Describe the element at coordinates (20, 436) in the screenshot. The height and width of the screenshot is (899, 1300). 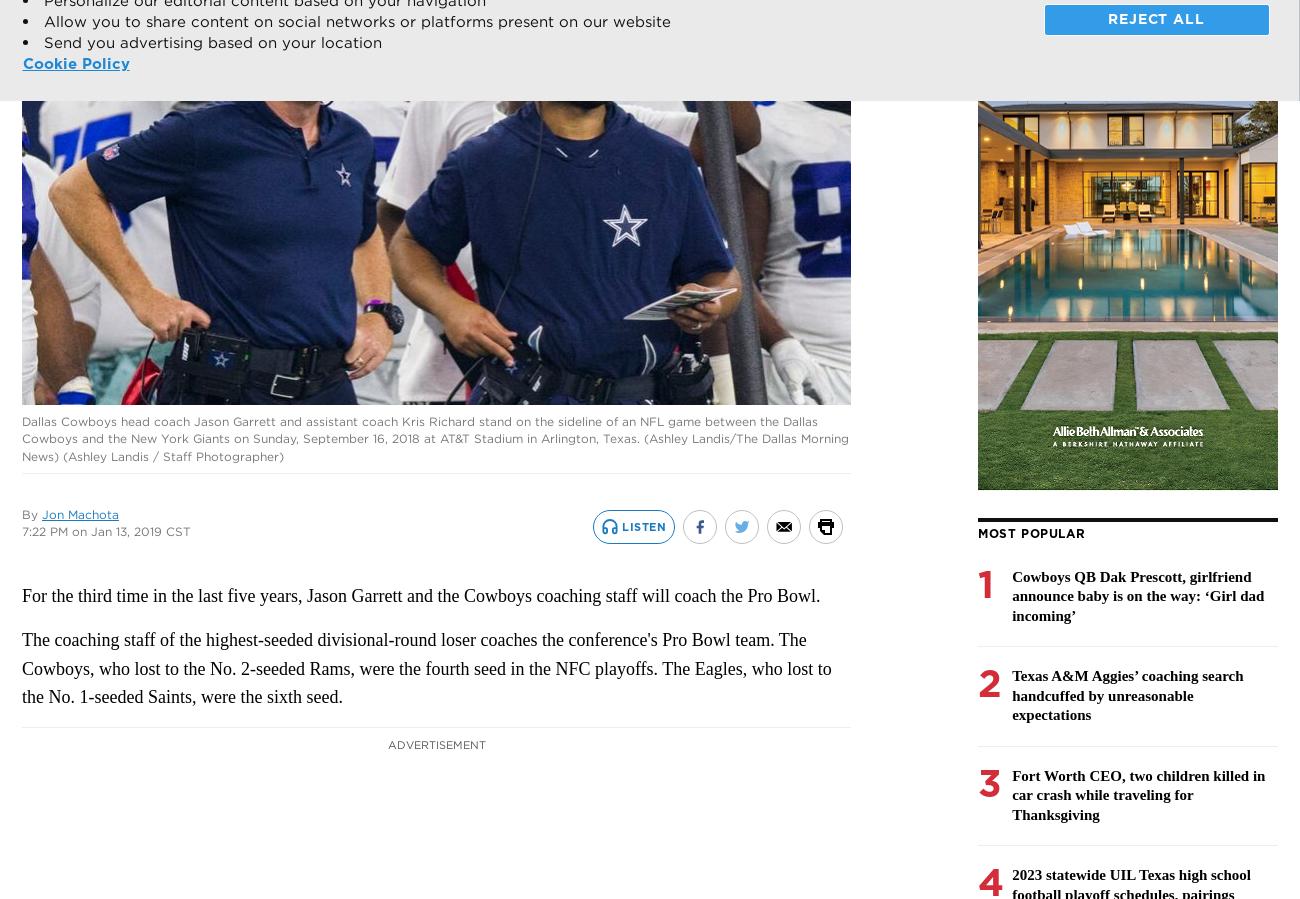
I see `'Dallas Cowboys head coach Jason Garrett and assistant coach Kris Richard stand on the sideline of an NFL game between the Dallas Cowboys and the New York Giants on Sunday, September 16, 2018 at AT&T Stadium in Arlington, Texas. (Ashley Landis/The Dallas Morning News)'` at that location.